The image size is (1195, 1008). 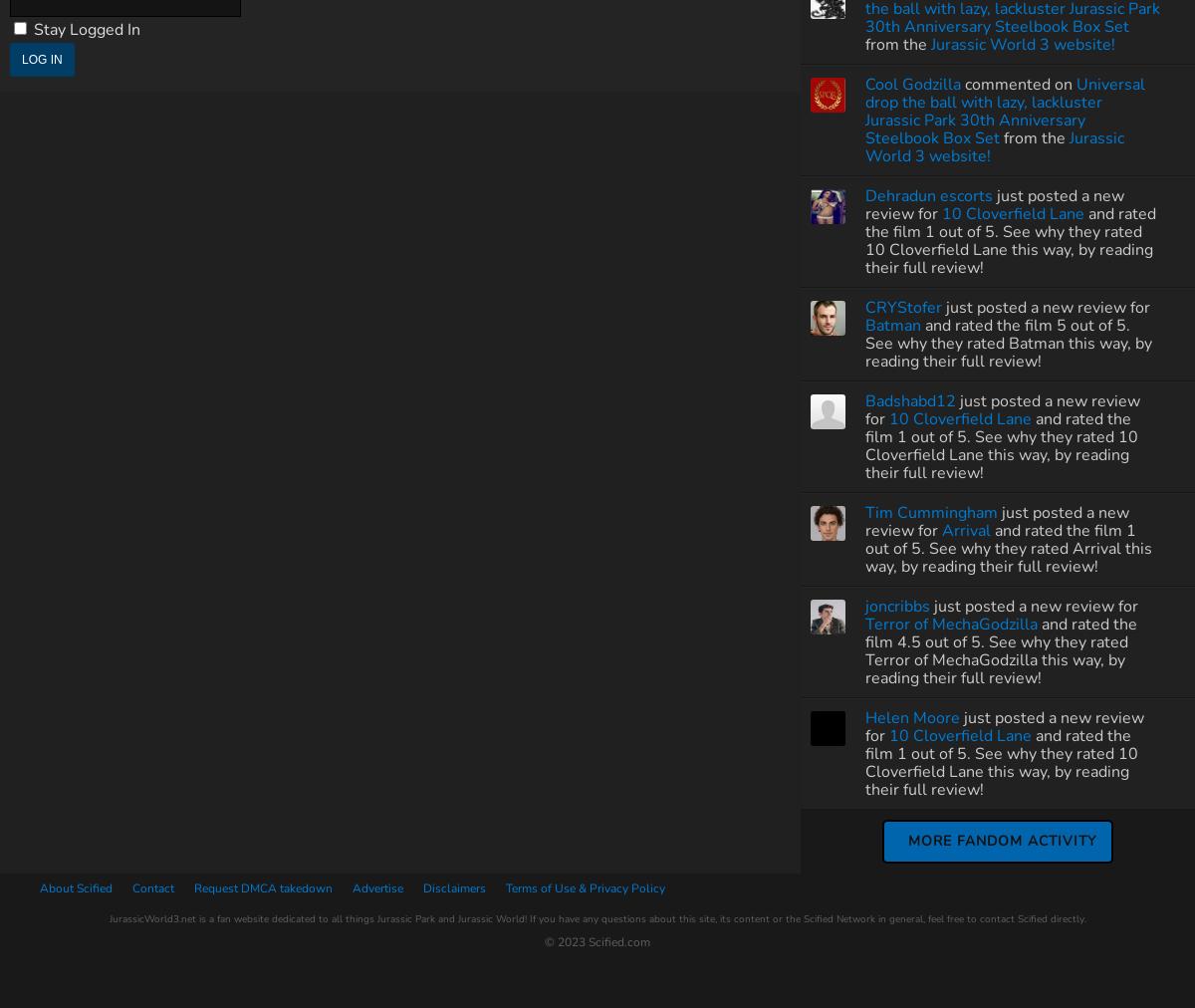 I want to click on 'Arrival', so click(x=966, y=529).